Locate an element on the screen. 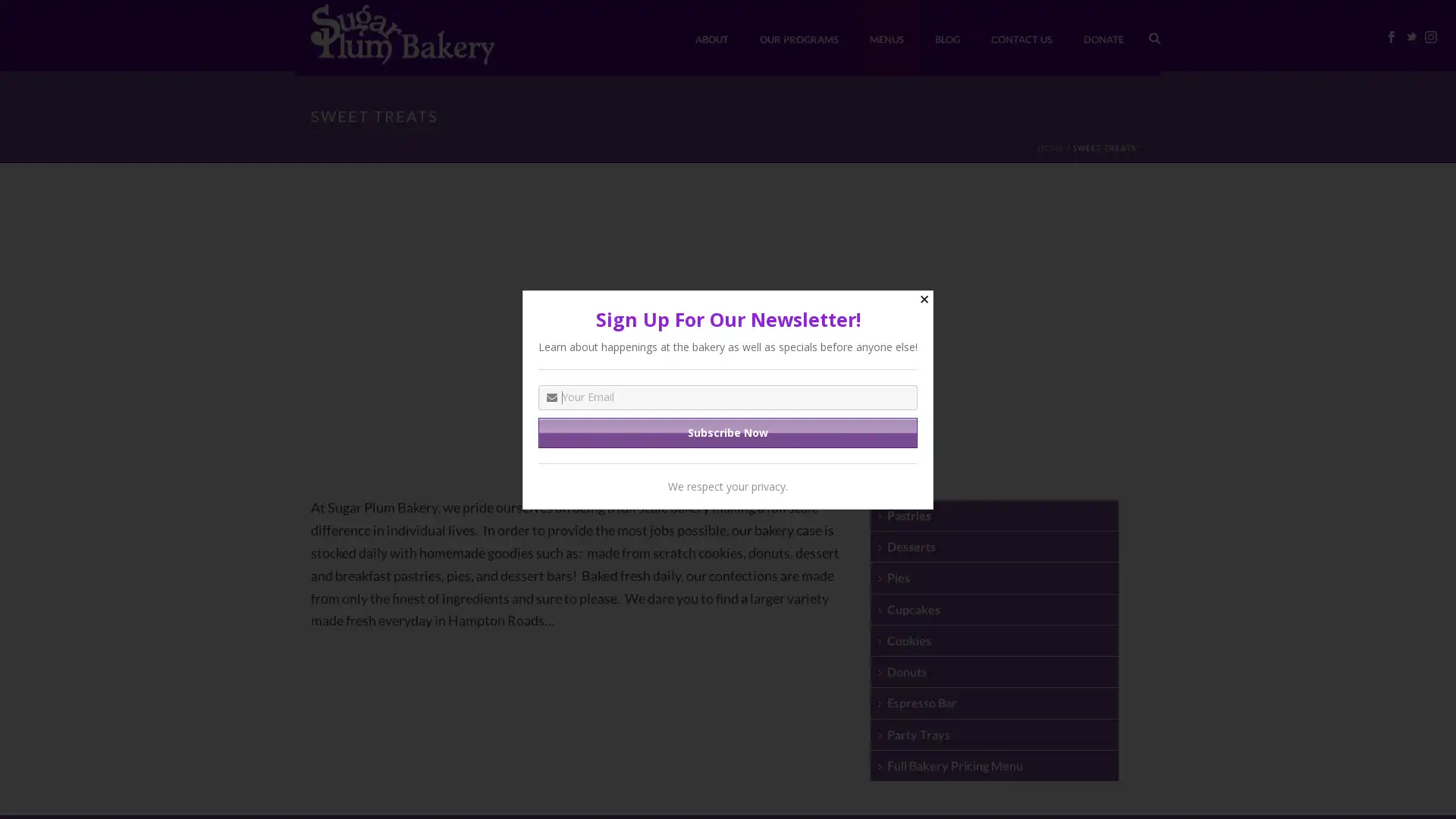 This screenshot has height=819, width=1456. Subscribe Now is located at coordinates (728, 432).